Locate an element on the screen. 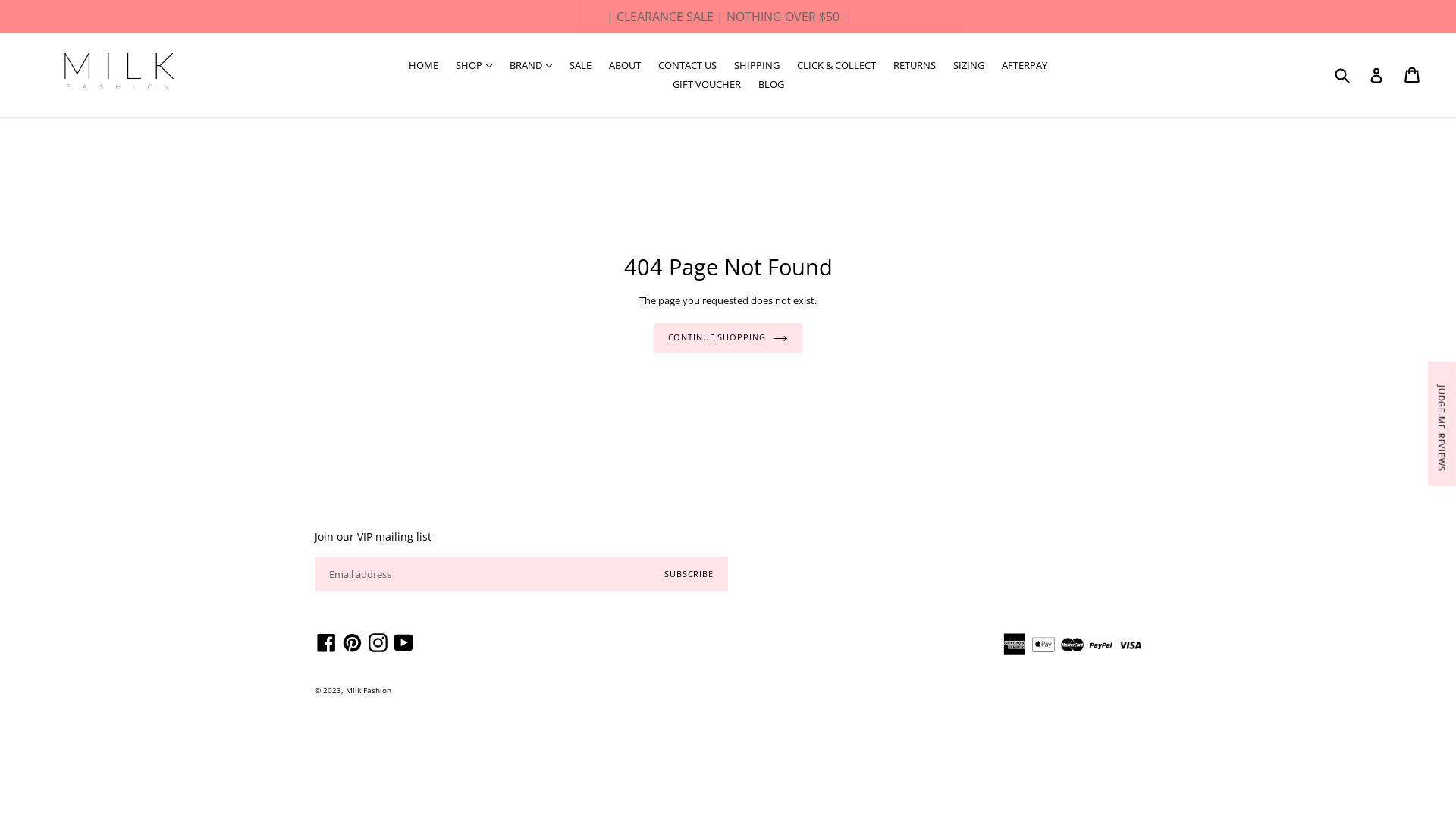 The image size is (1456, 819). 'RETURNS' is located at coordinates (913, 65).